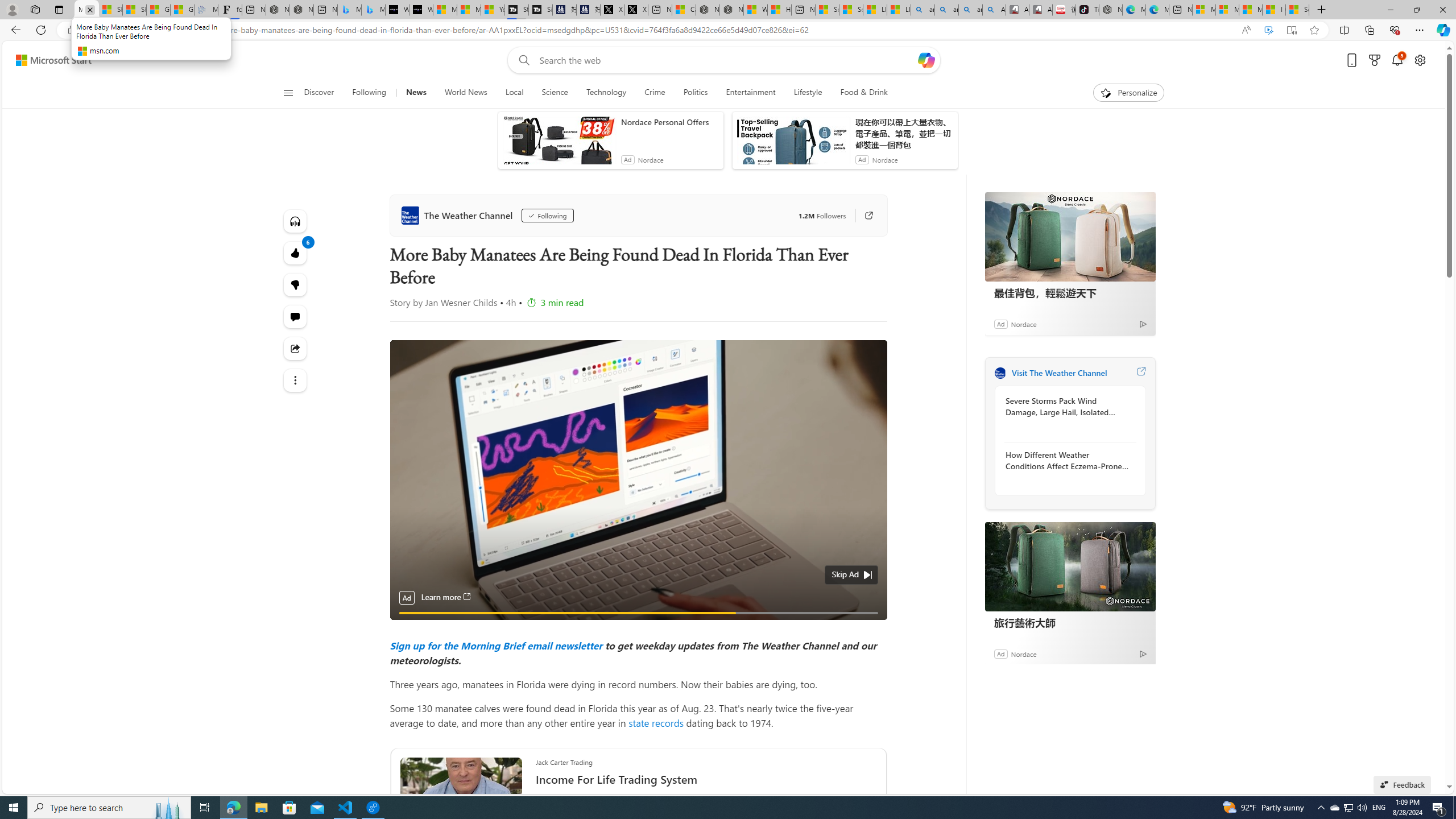  What do you see at coordinates (1321, 9) in the screenshot?
I see `'New Tab'` at bounding box center [1321, 9].